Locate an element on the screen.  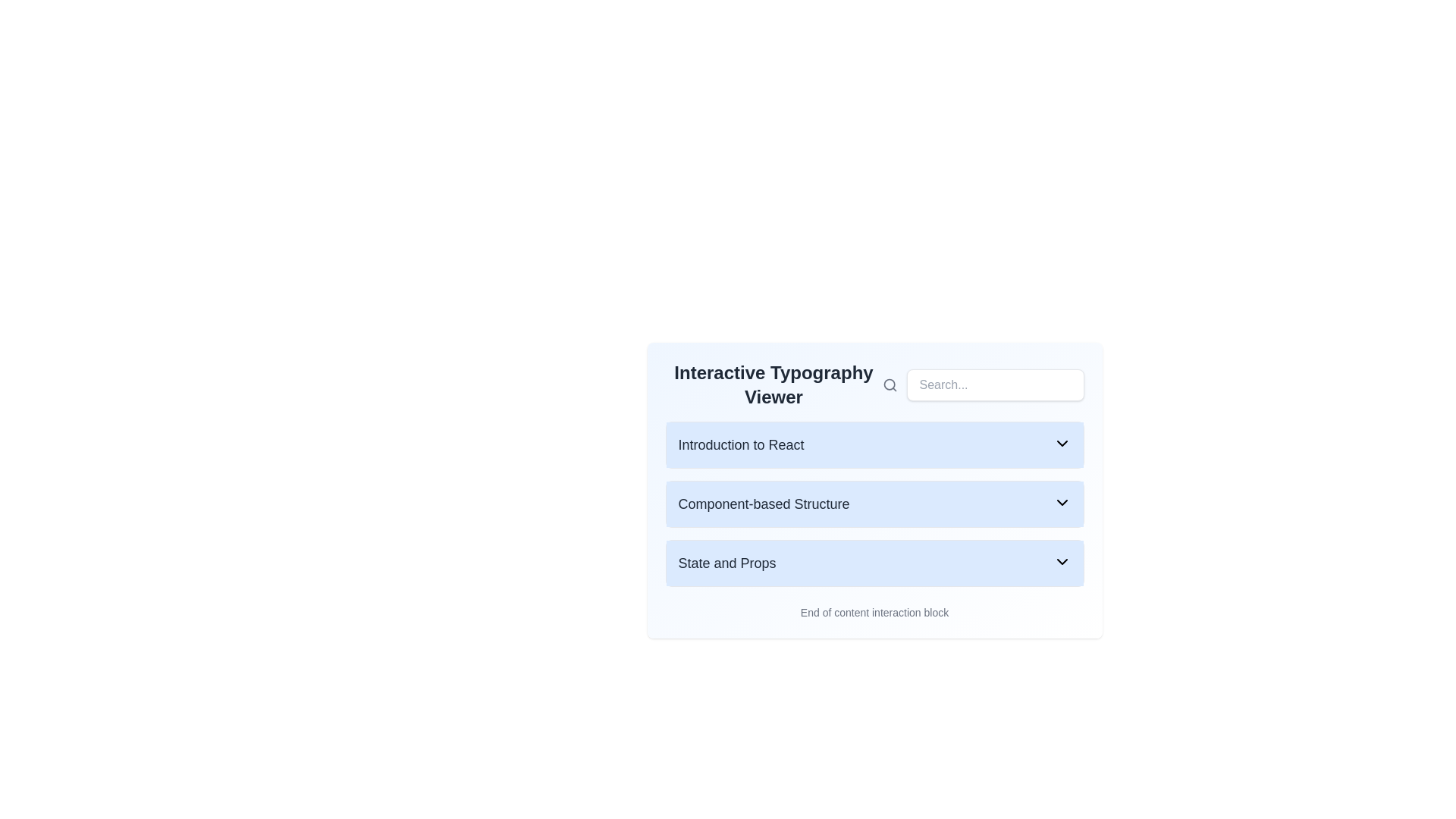
the interactive icon at the far-right end of the 'State and Props' section to potentially receive visual feedback is located at coordinates (1061, 561).